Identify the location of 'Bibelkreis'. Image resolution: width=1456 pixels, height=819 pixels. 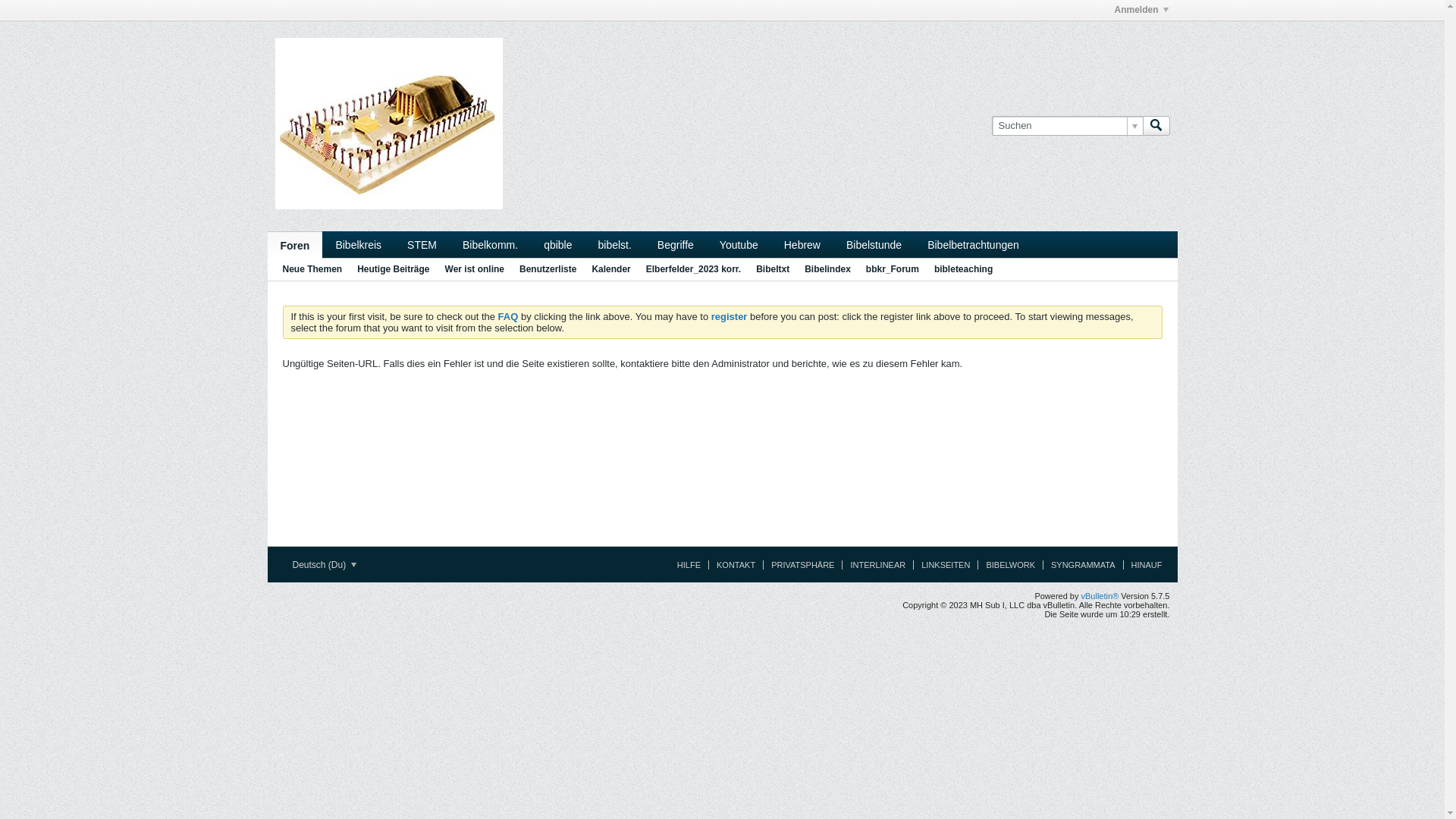
(357, 243).